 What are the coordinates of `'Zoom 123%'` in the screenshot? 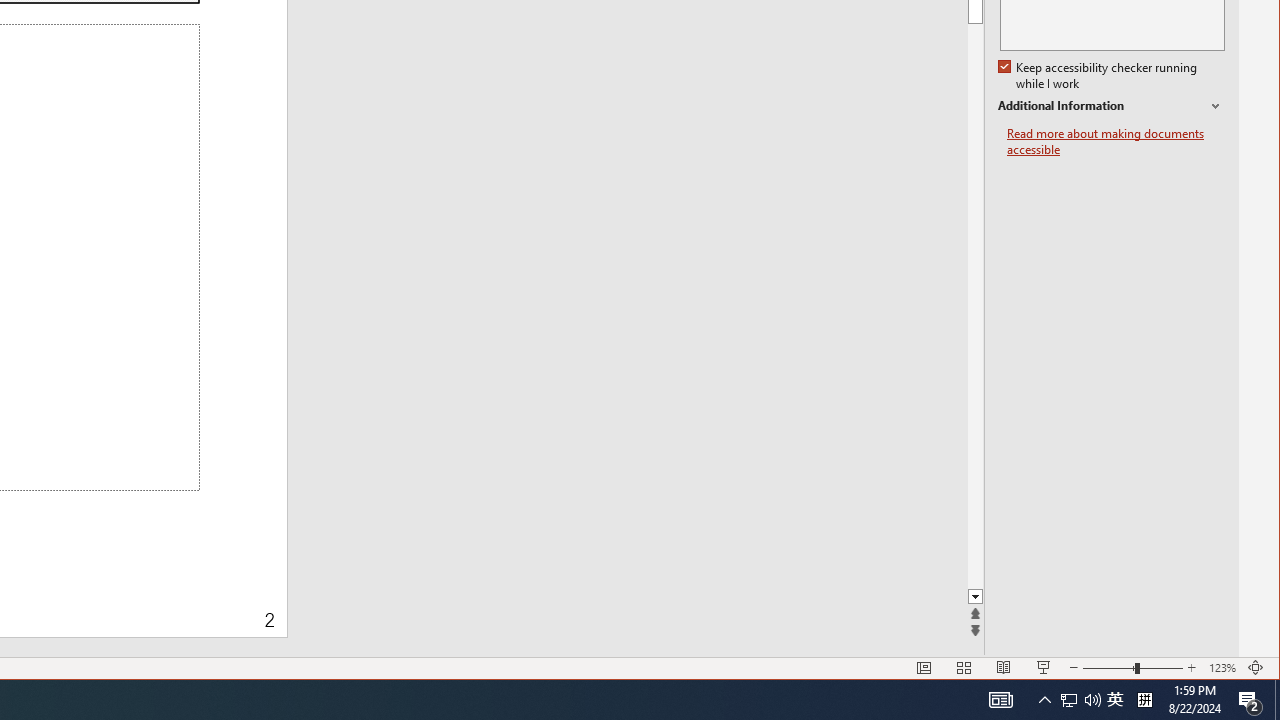 It's located at (1221, 668).